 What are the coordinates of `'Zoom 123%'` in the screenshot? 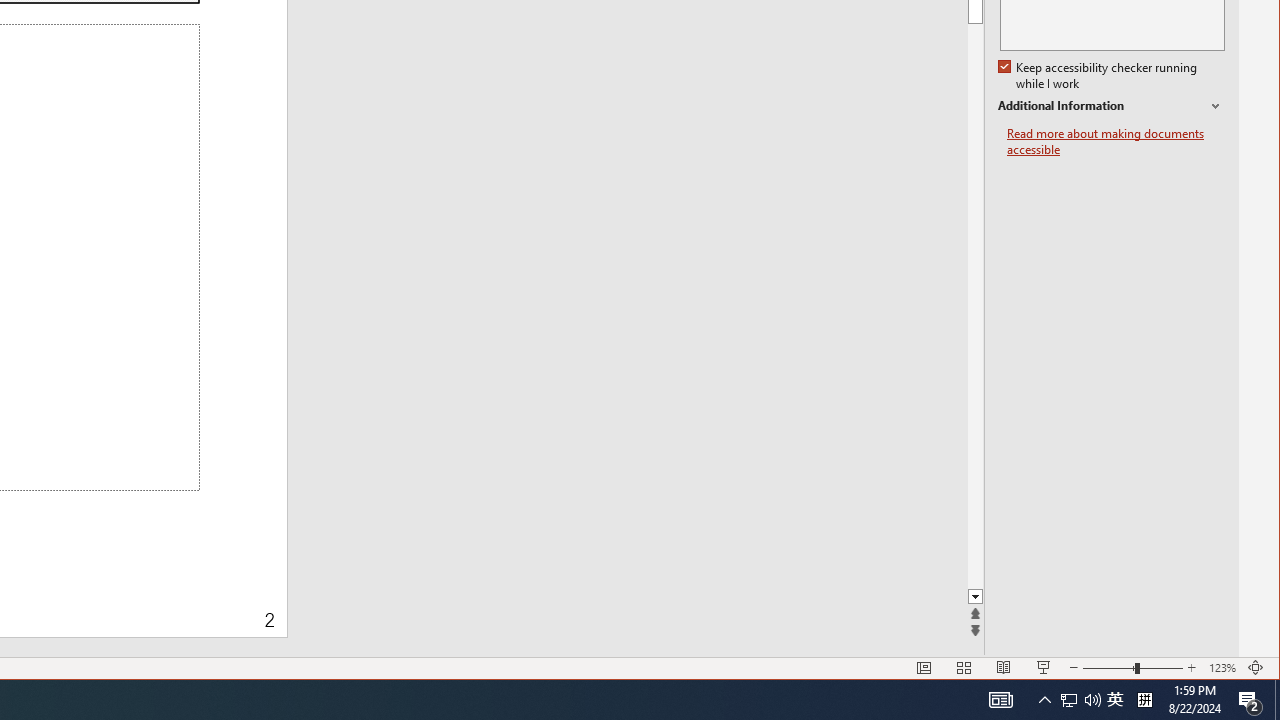 It's located at (1221, 668).